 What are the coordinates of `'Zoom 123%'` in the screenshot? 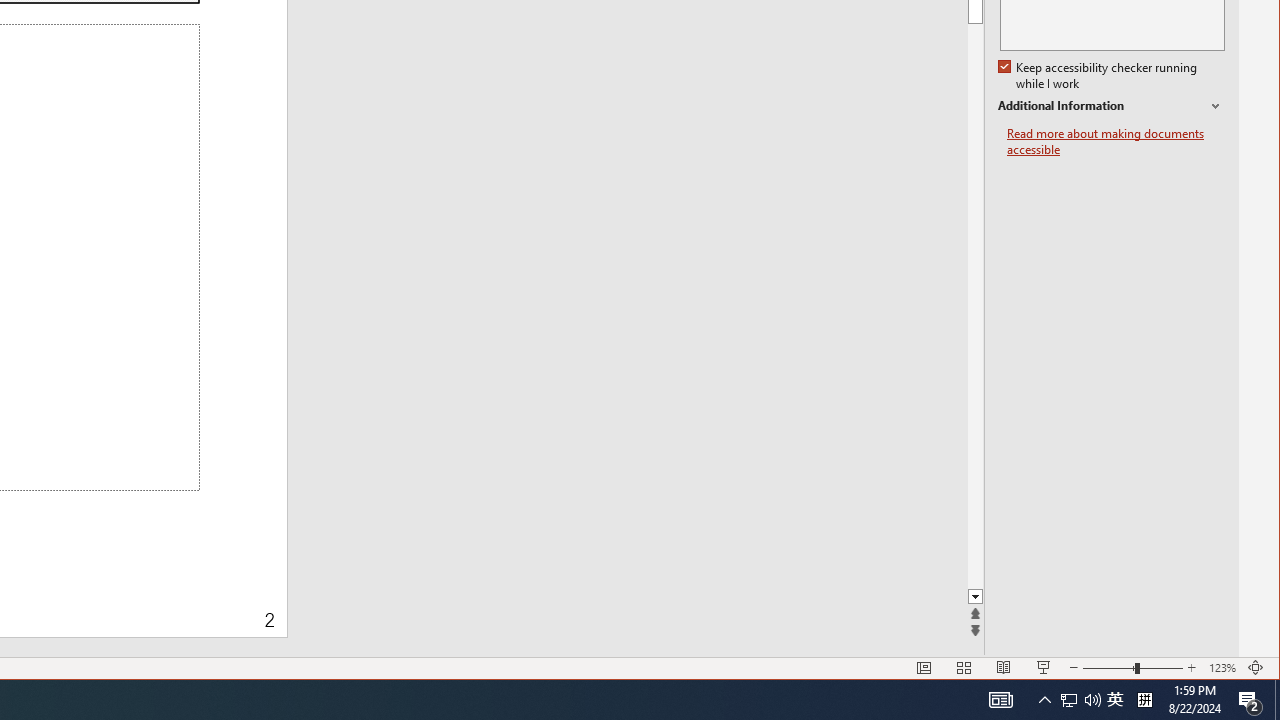 It's located at (1221, 668).